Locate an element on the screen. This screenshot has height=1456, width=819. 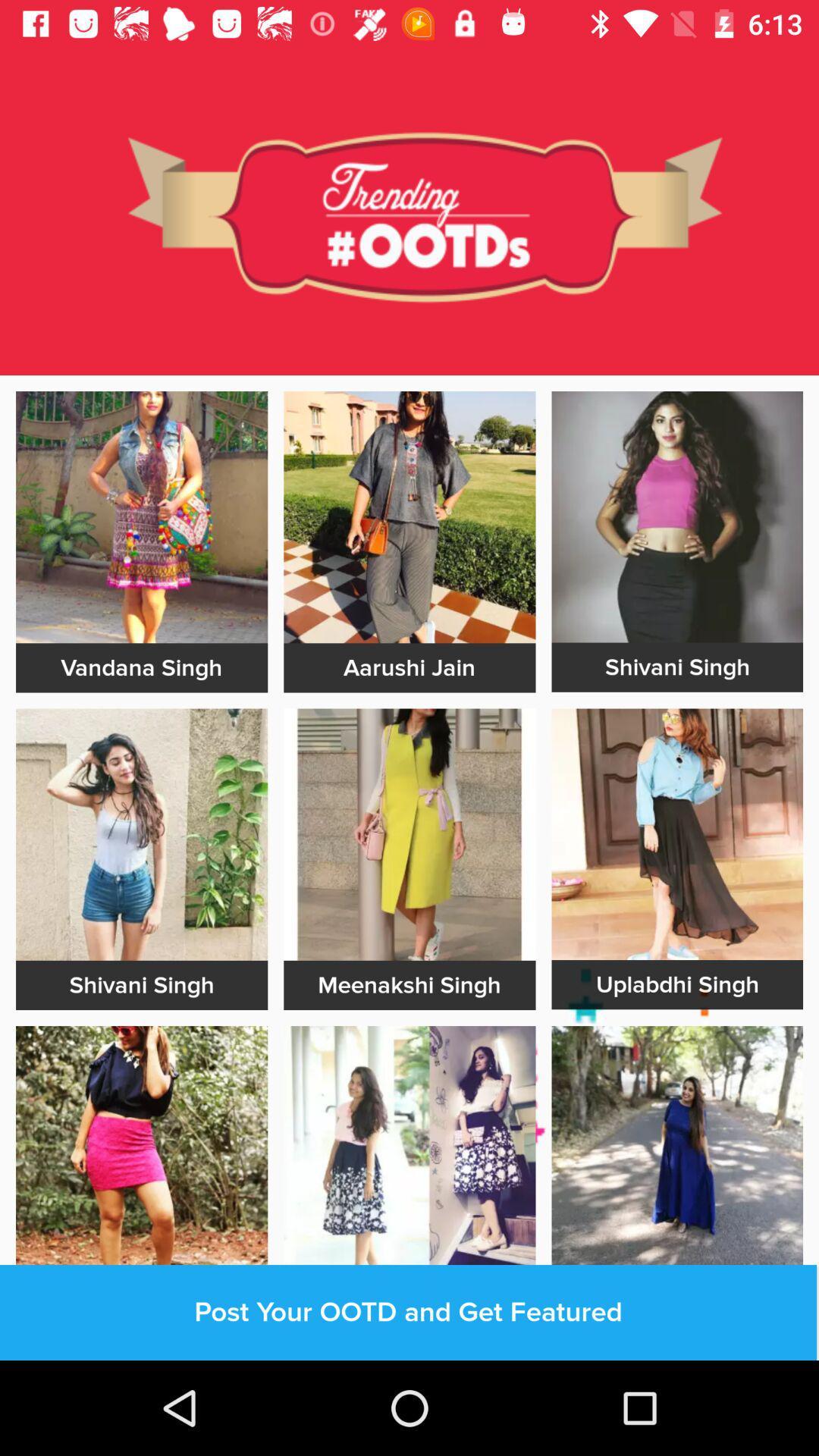
advertisement is located at coordinates (409, 517).